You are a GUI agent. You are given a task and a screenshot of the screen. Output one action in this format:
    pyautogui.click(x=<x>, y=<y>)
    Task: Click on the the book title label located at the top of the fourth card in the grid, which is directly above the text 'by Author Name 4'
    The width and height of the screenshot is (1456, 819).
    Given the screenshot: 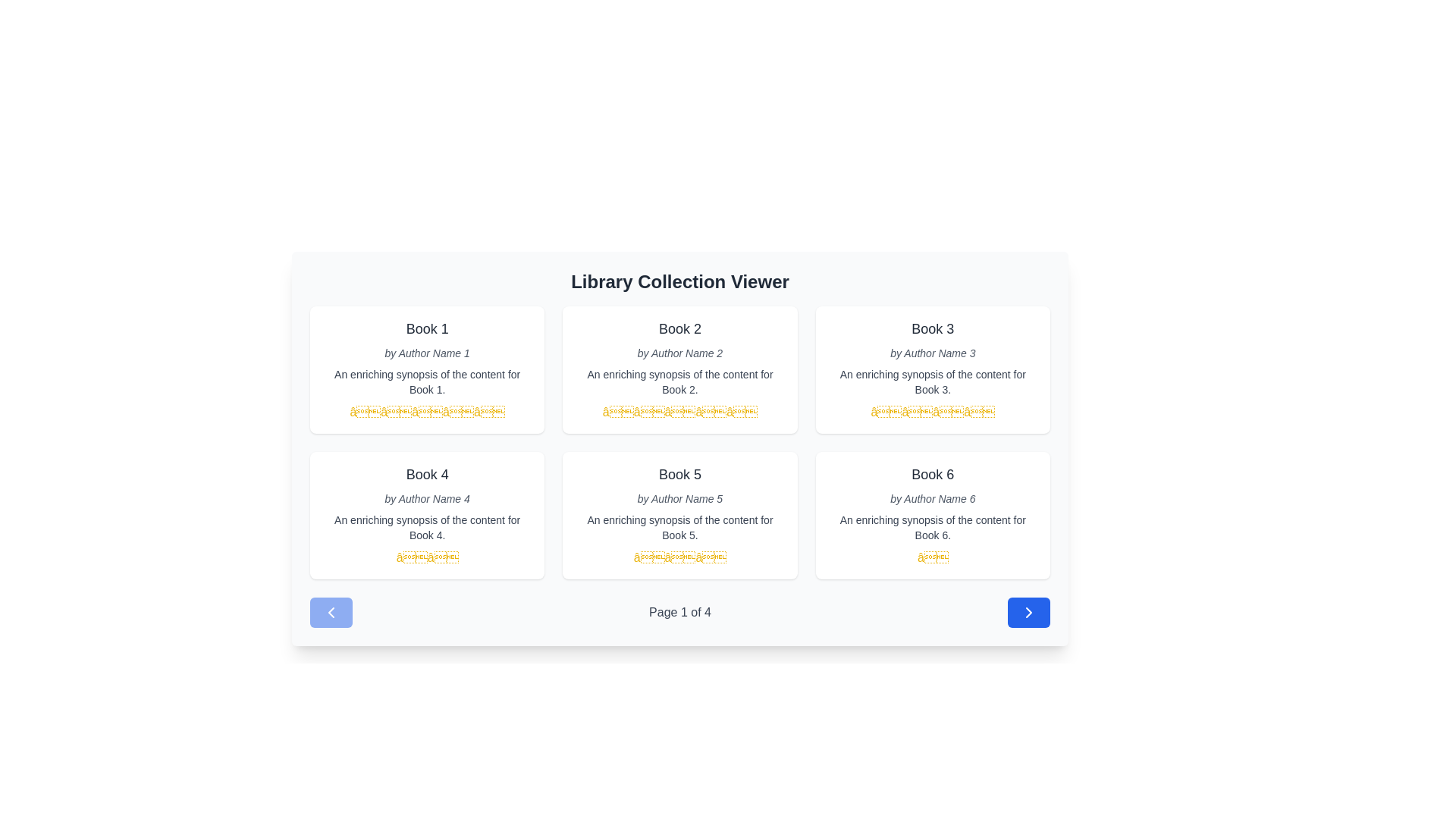 What is the action you would take?
    pyautogui.click(x=426, y=473)
    